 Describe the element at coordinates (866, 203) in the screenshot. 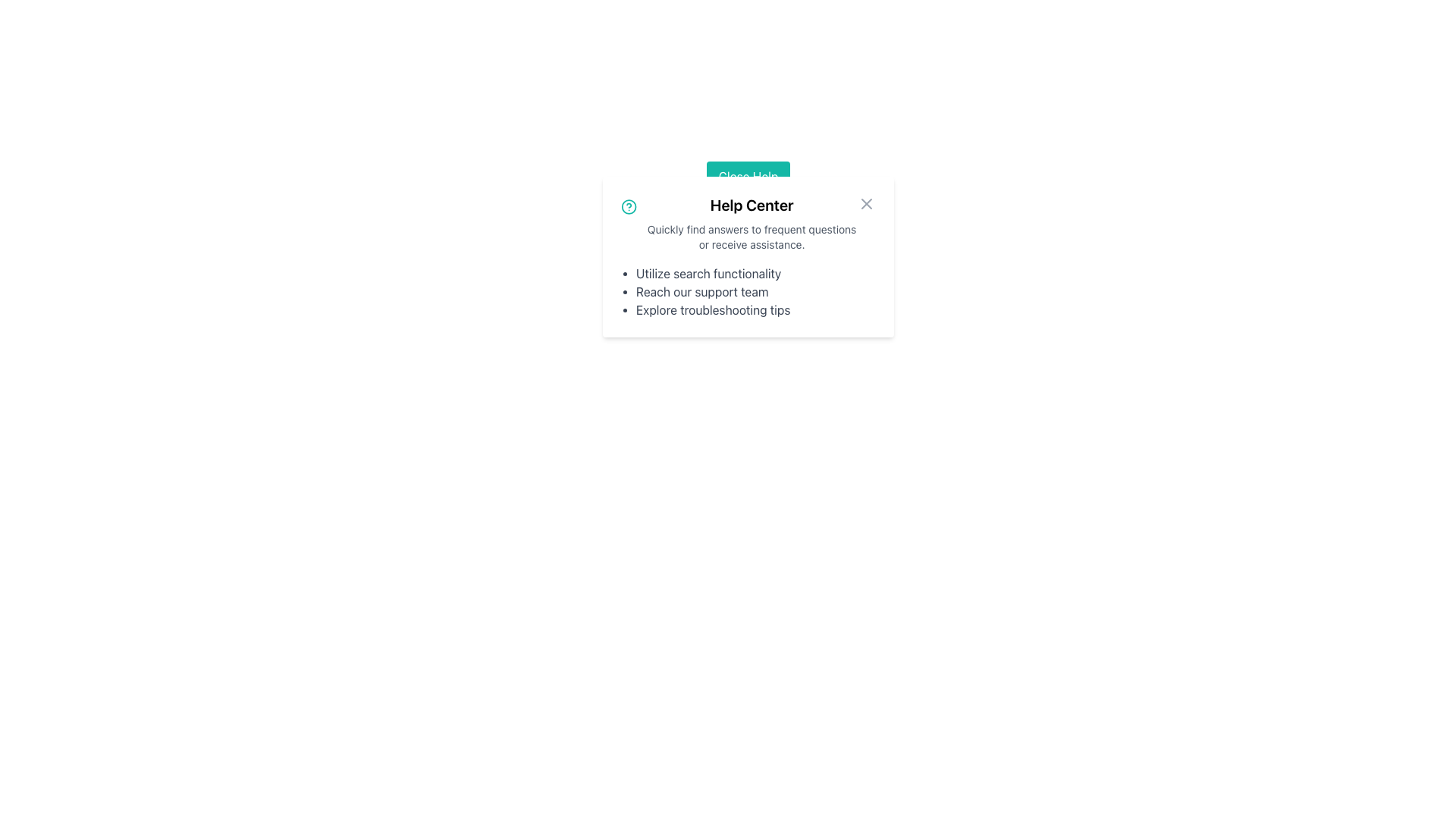

I see `the small, circular gray close button located at the top-right corner of the card containing 'Help Center'` at that location.